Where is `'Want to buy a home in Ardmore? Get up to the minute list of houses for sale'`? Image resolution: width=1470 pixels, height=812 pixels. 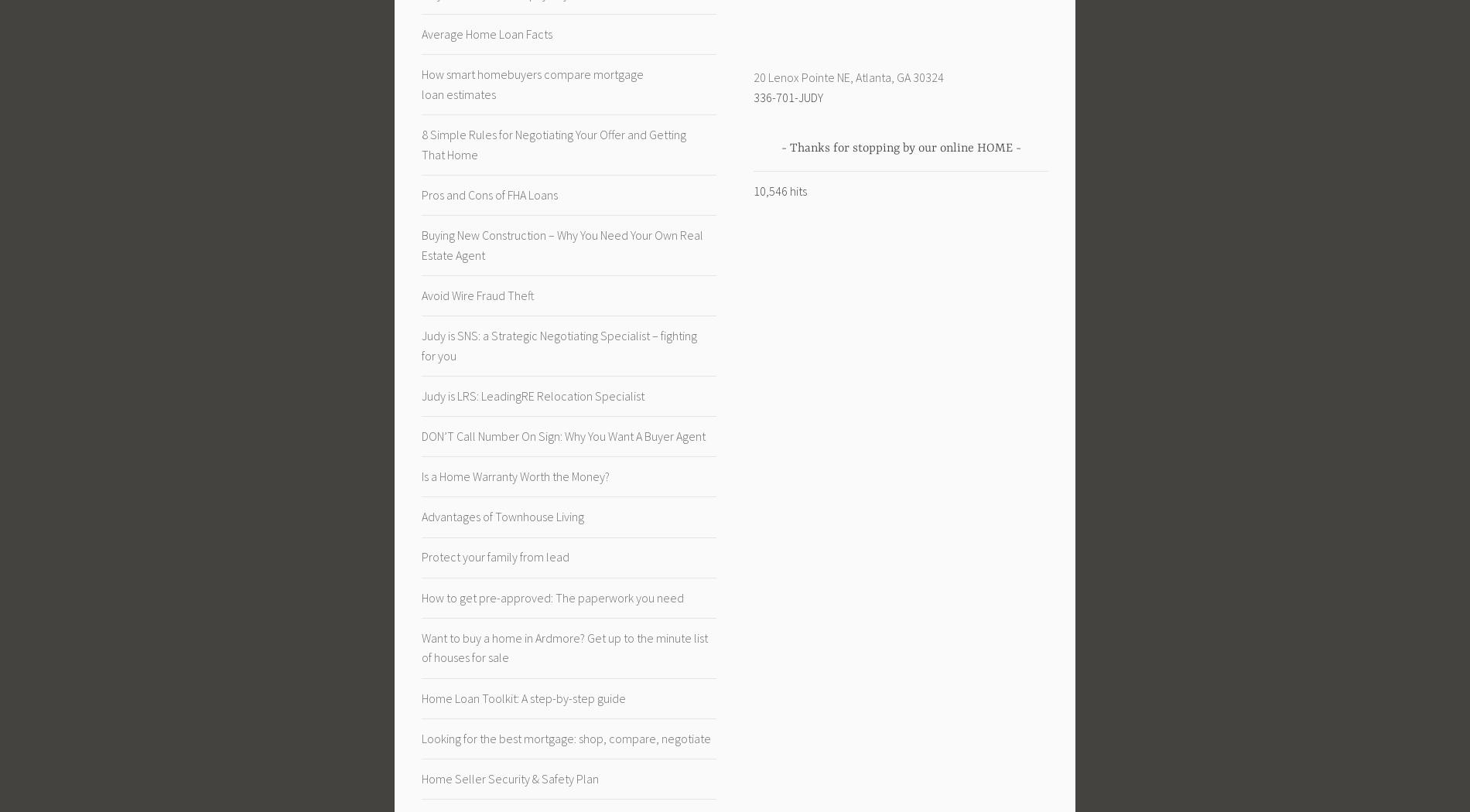 'Want to buy a home in Ardmore? Get up to the minute list of houses for sale' is located at coordinates (563, 647).